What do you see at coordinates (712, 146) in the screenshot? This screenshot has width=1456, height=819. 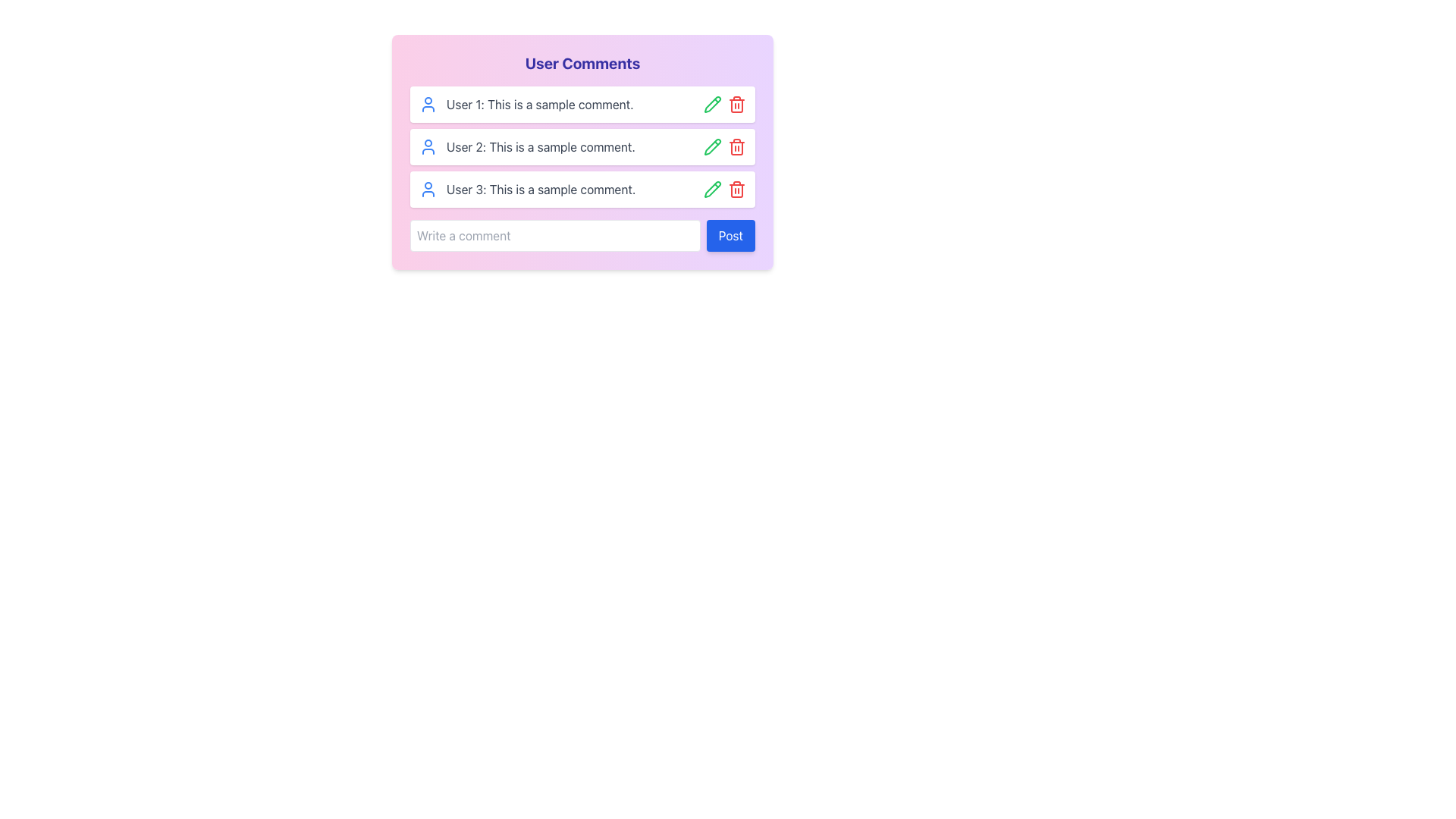 I see `the 'Edit' button located to the right of the second comment row titled 'User 2: This is a sample comment.'` at bounding box center [712, 146].